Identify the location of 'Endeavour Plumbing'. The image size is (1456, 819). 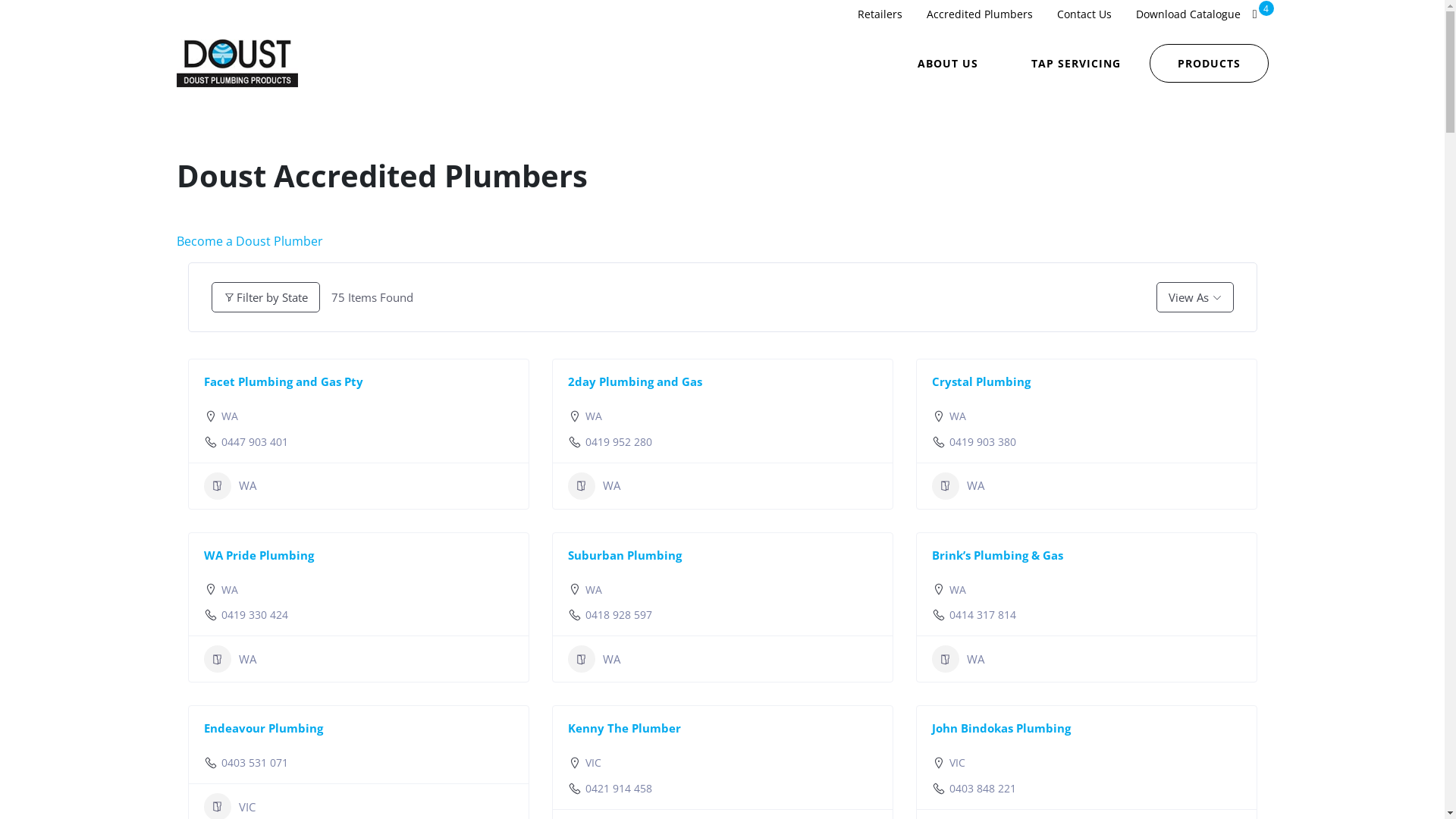
(262, 727).